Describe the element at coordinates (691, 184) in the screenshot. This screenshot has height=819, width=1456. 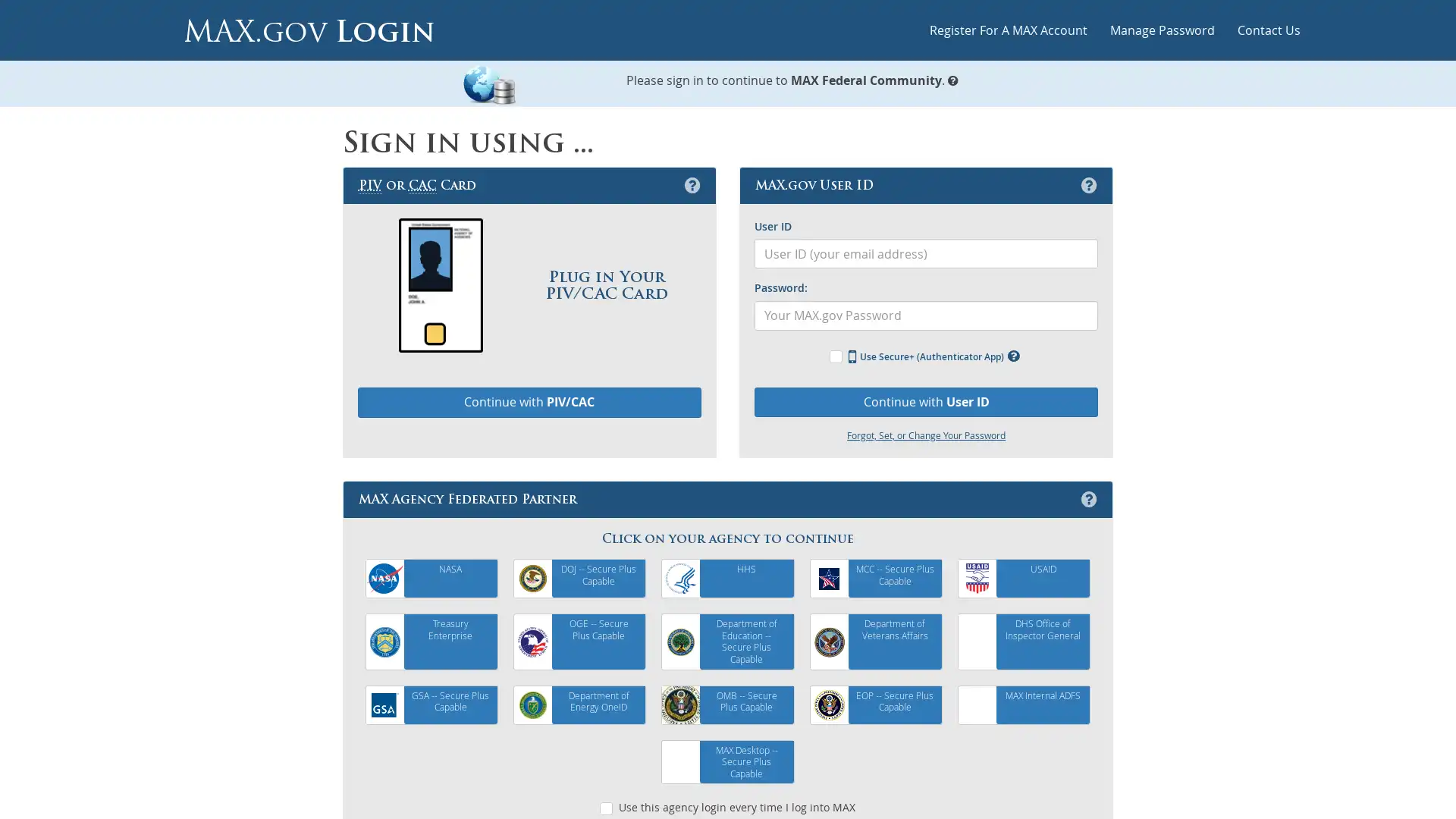
I see `Personal Identification Verification or Common Access Card` at that location.